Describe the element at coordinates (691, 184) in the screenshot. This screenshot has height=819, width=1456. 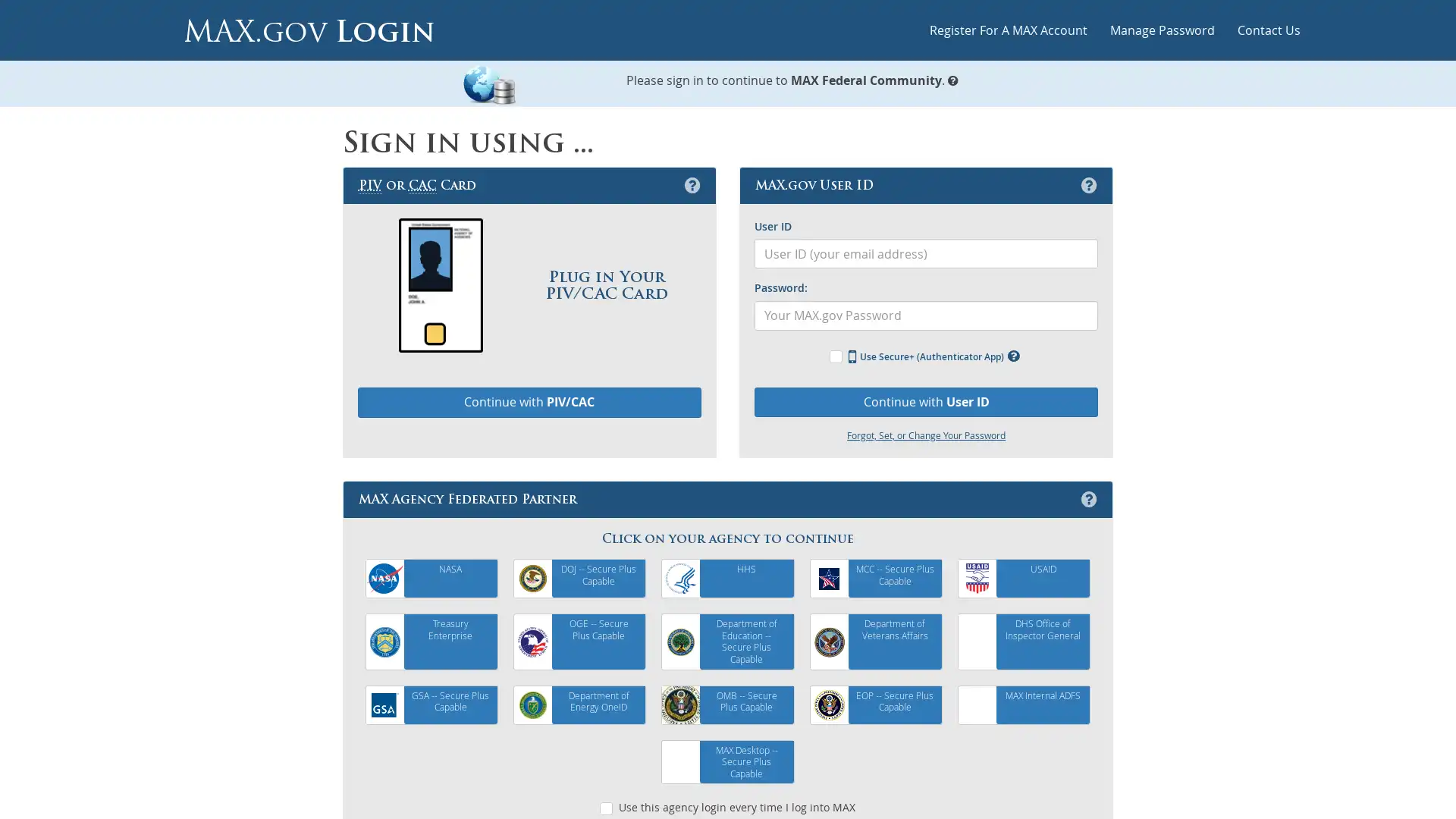
I see `Personal Identification Verification or Common Access Card` at that location.